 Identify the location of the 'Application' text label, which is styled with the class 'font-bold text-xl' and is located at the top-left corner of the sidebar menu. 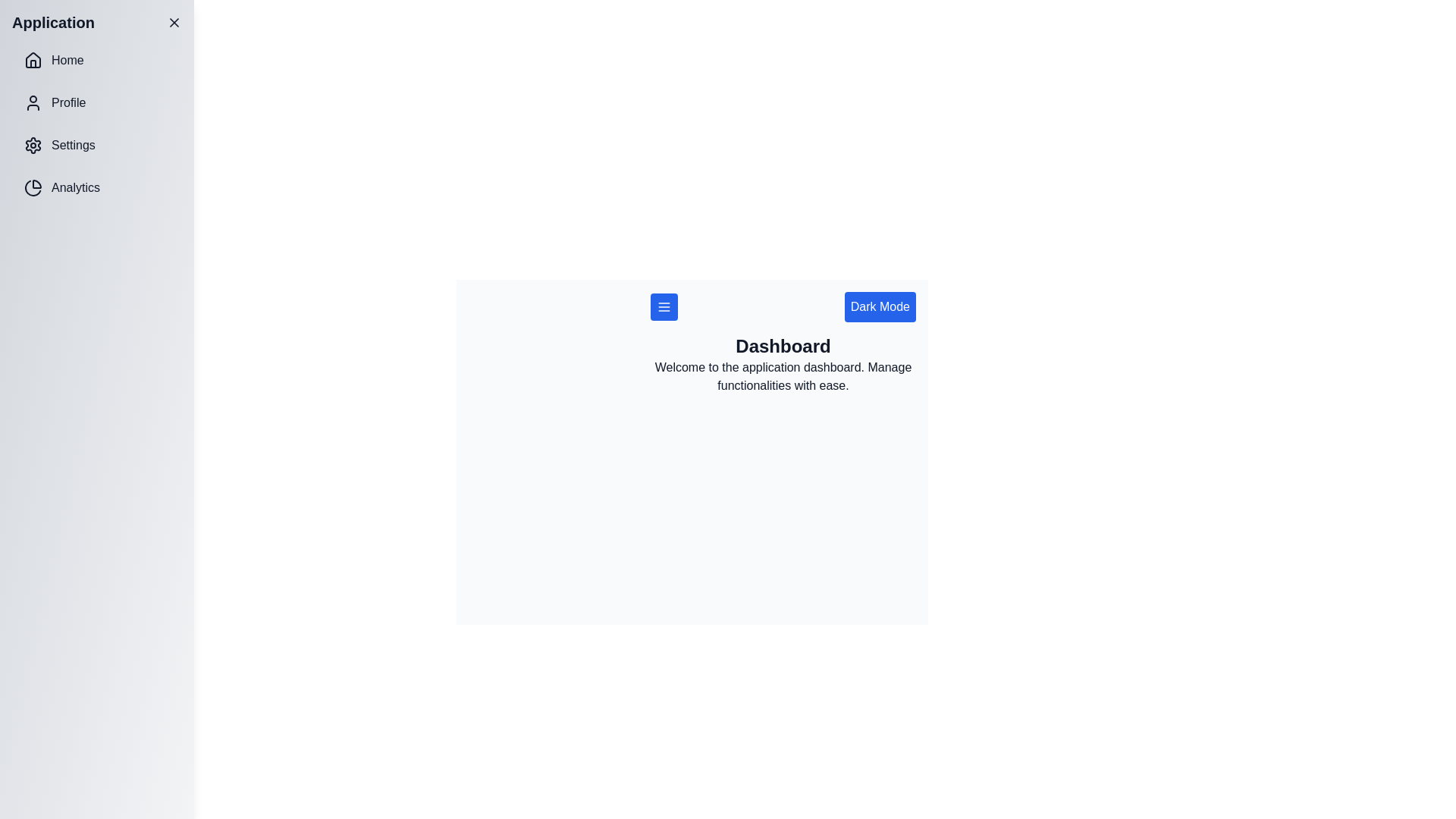
(53, 23).